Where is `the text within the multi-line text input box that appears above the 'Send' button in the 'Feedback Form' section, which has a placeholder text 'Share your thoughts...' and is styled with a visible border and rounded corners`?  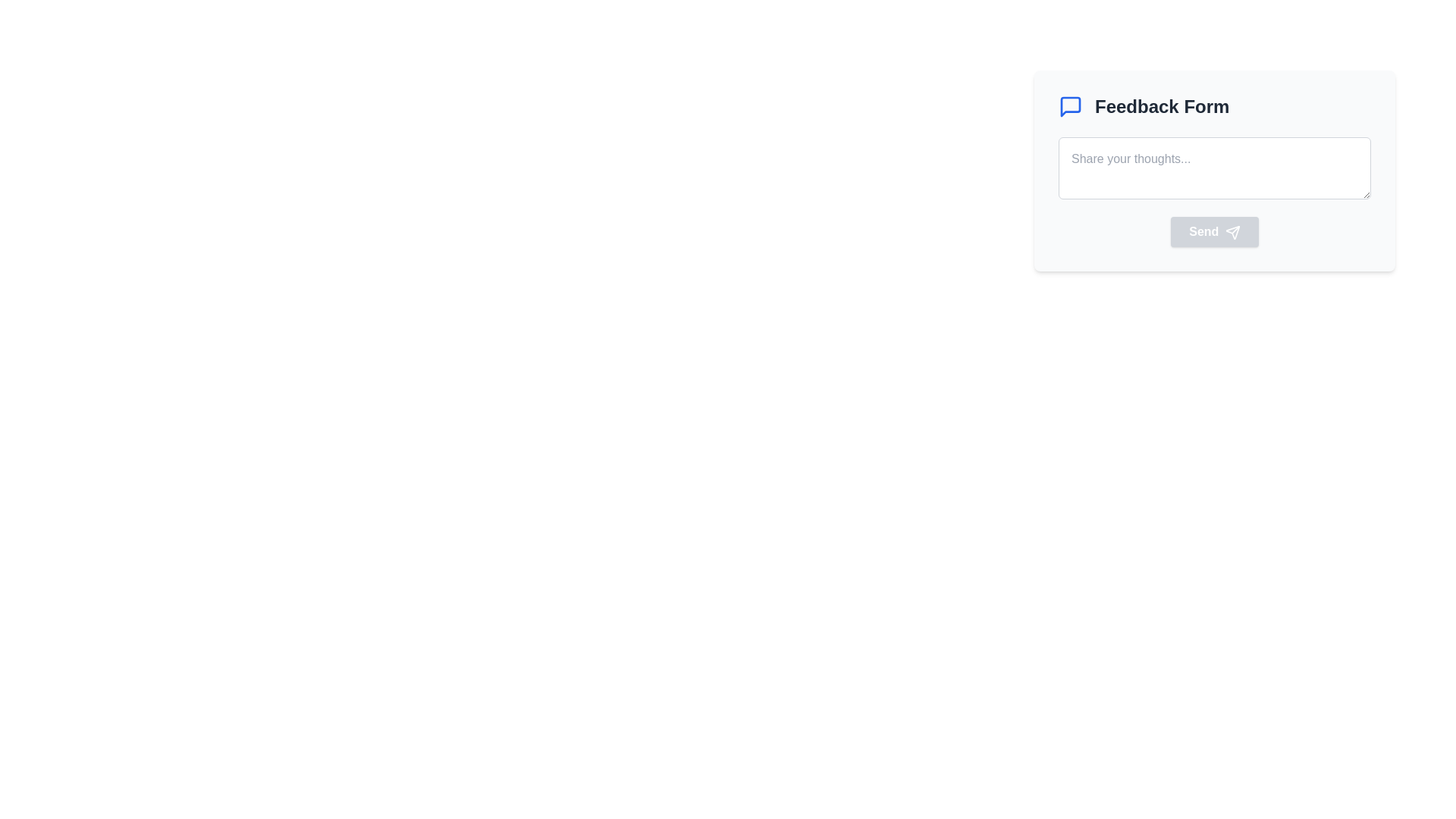 the text within the multi-line text input box that appears above the 'Send' button in the 'Feedback Form' section, which has a placeholder text 'Share your thoughts...' and is styled with a visible border and rounded corners is located at coordinates (1215, 191).